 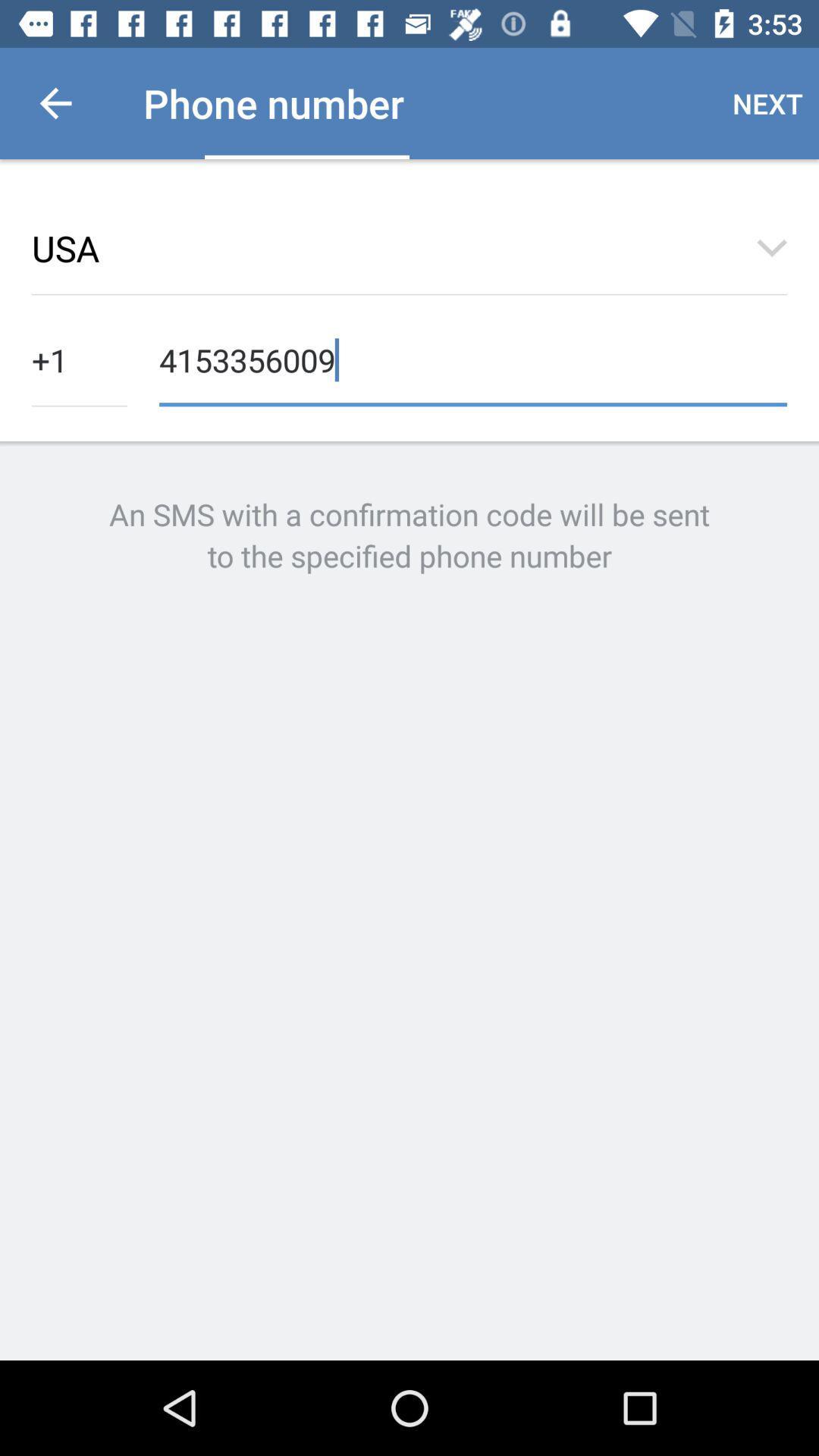 What do you see at coordinates (79, 358) in the screenshot?
I see `the item next to 4153356009 icon` at bounding box center [79, 358].